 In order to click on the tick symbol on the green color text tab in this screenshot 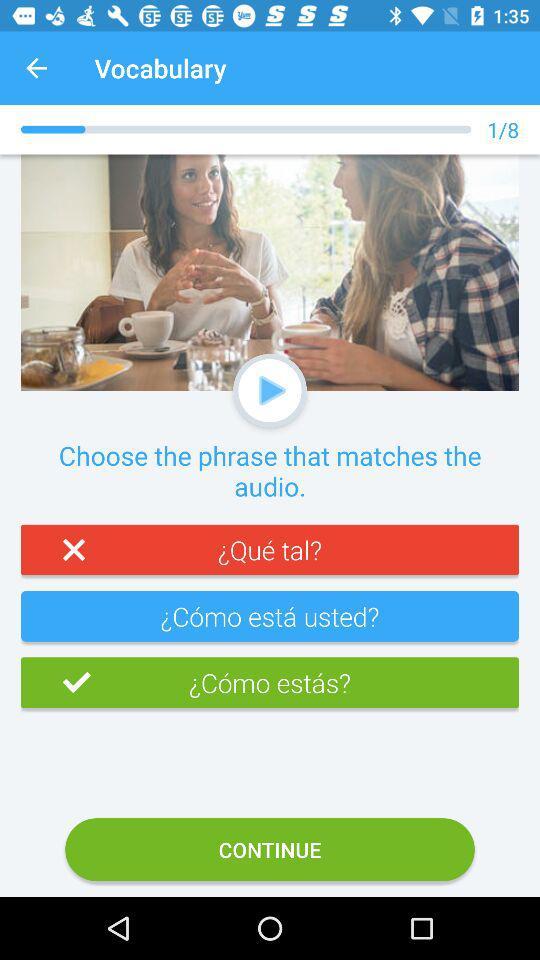, I will do `click(55, 682)`.